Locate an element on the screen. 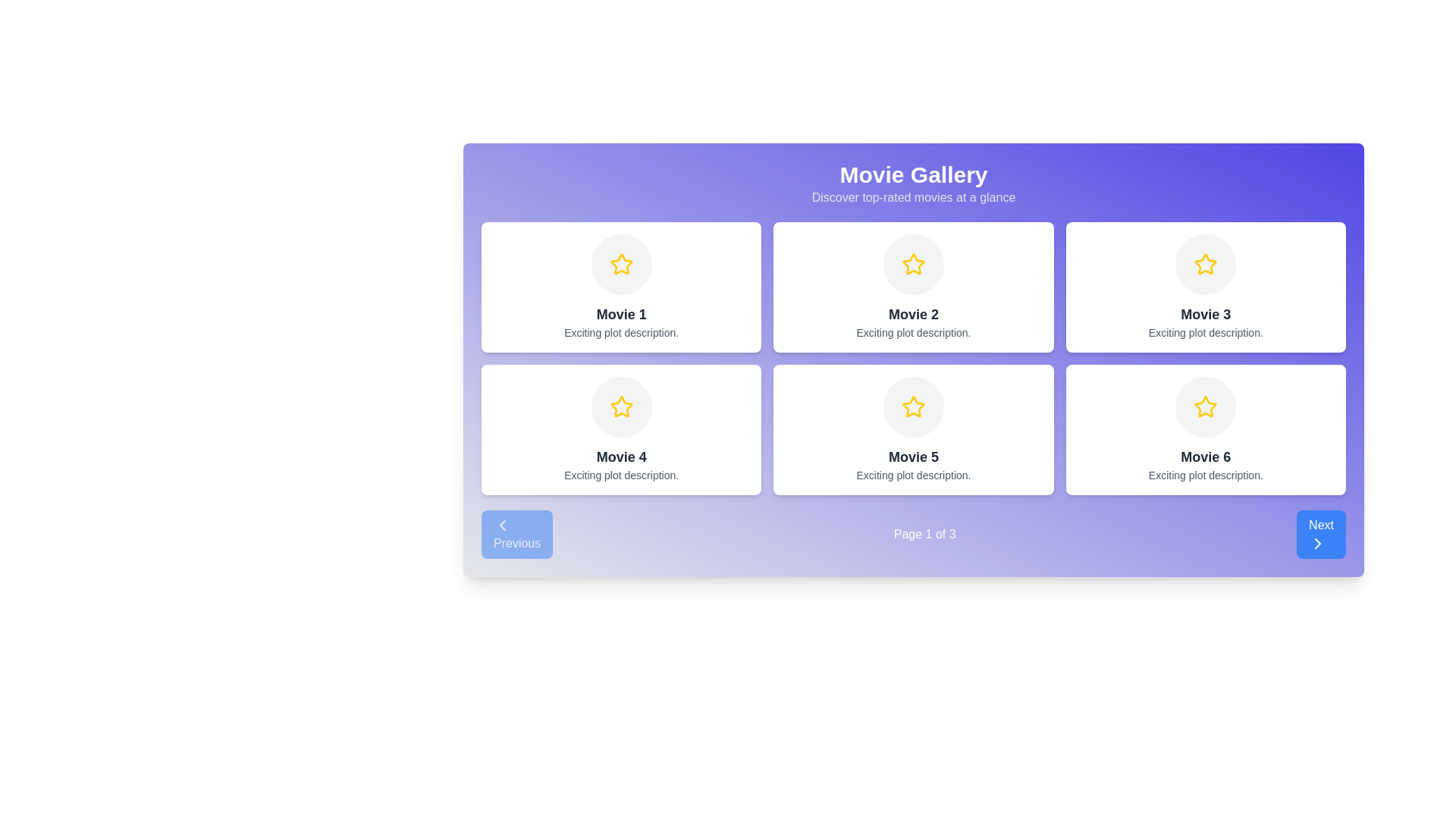 The image size is (1456, 819). the title text element for 'Movie 5', which is positioned below the circular icon area and above the smaller descriptive text in the movie details section is located at coordinates (912, 456).